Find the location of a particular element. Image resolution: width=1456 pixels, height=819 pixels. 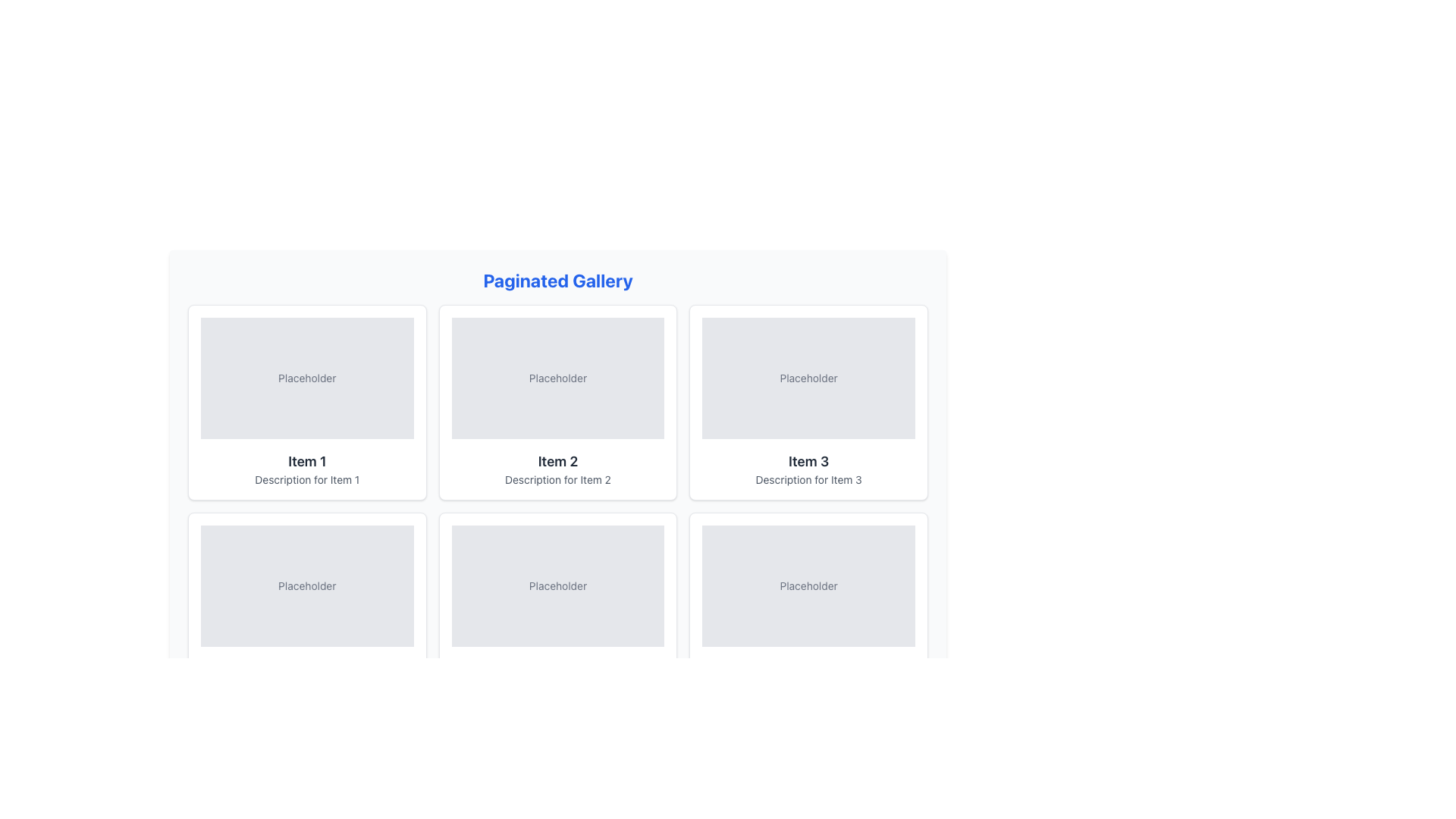

the non-interactive text label that provides a brief description for 'Item 1', located at the bottom of the card labeled 'Item 1' is located at coordinates (306, 479).